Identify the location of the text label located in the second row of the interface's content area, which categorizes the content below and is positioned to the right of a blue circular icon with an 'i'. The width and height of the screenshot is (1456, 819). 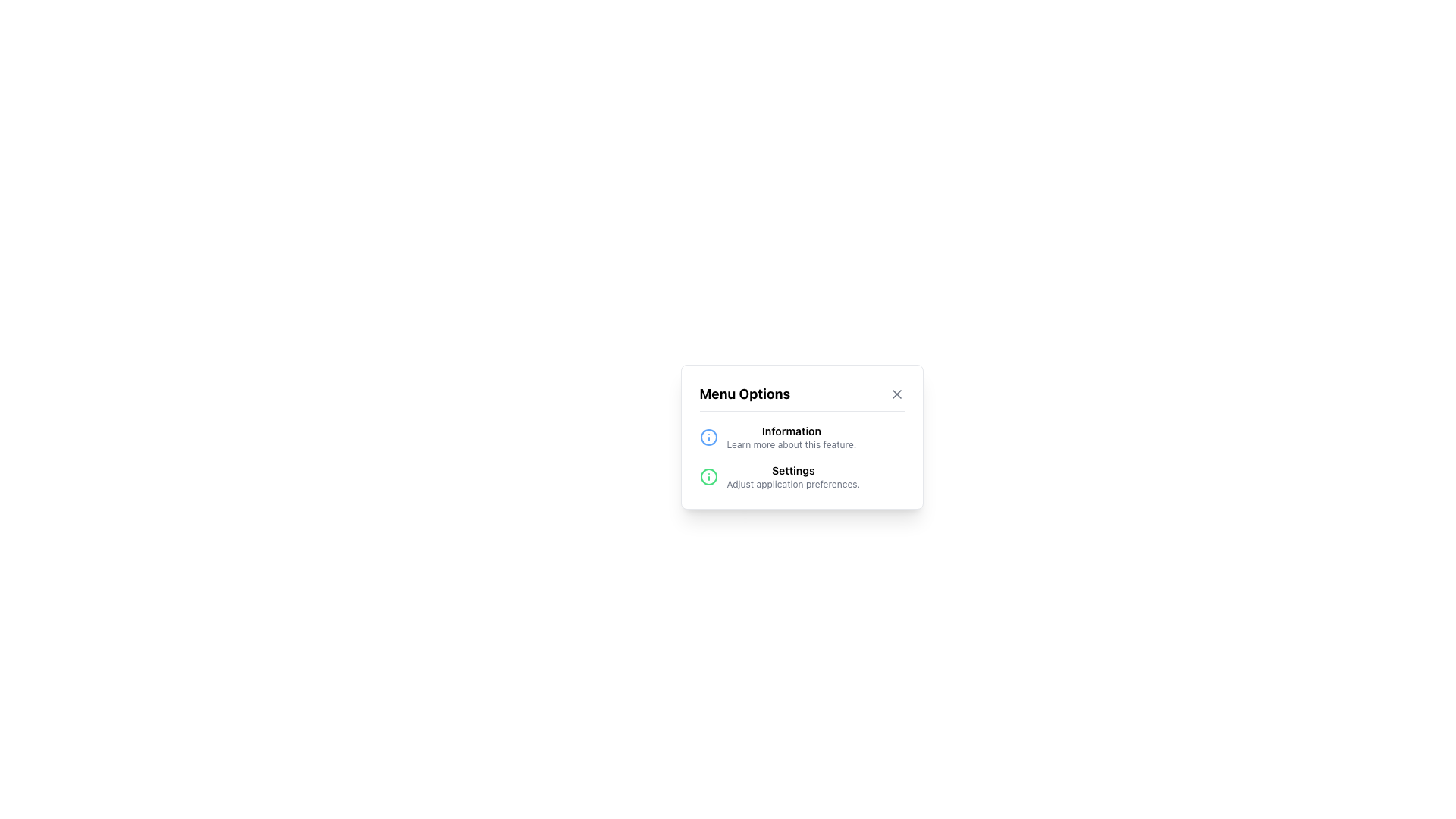
(790, 431).